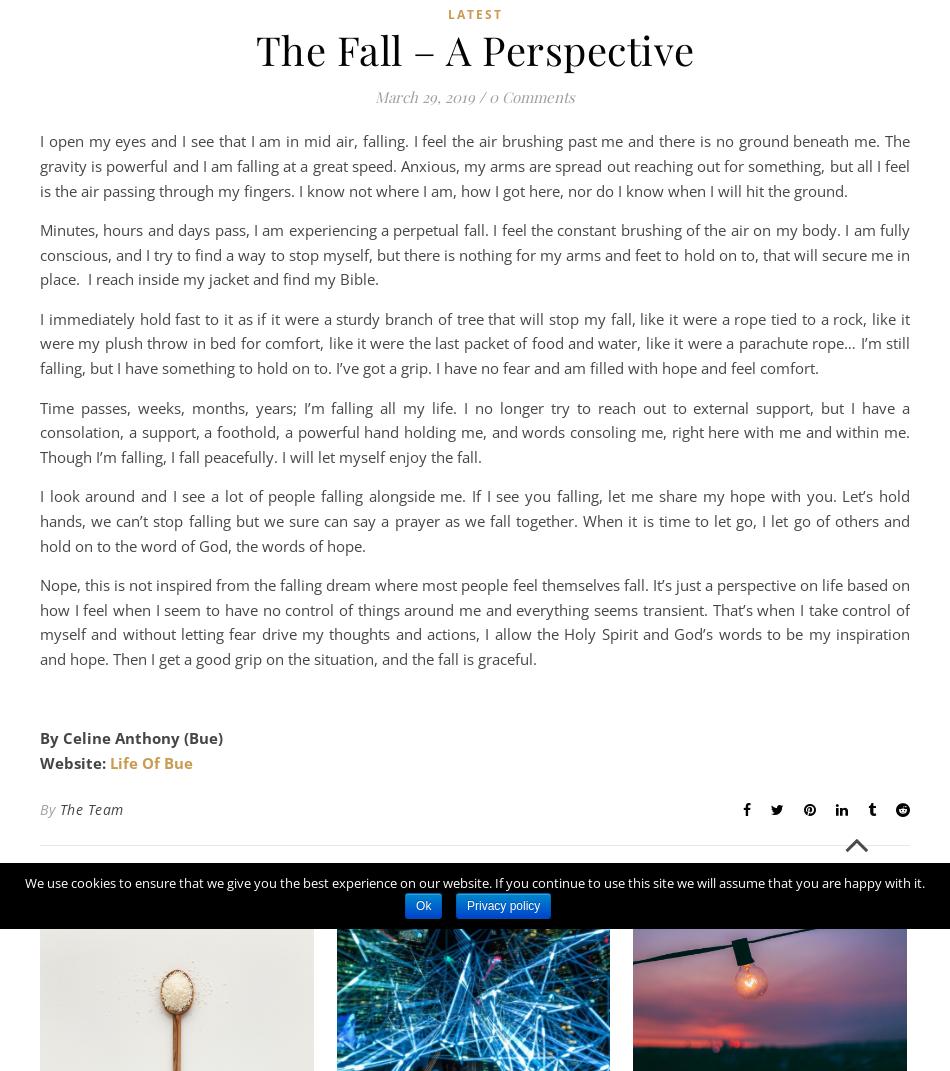  Describe the element at coordinates (151, 762) in the screenshot. I see `'Life Of Bue'` at that location.